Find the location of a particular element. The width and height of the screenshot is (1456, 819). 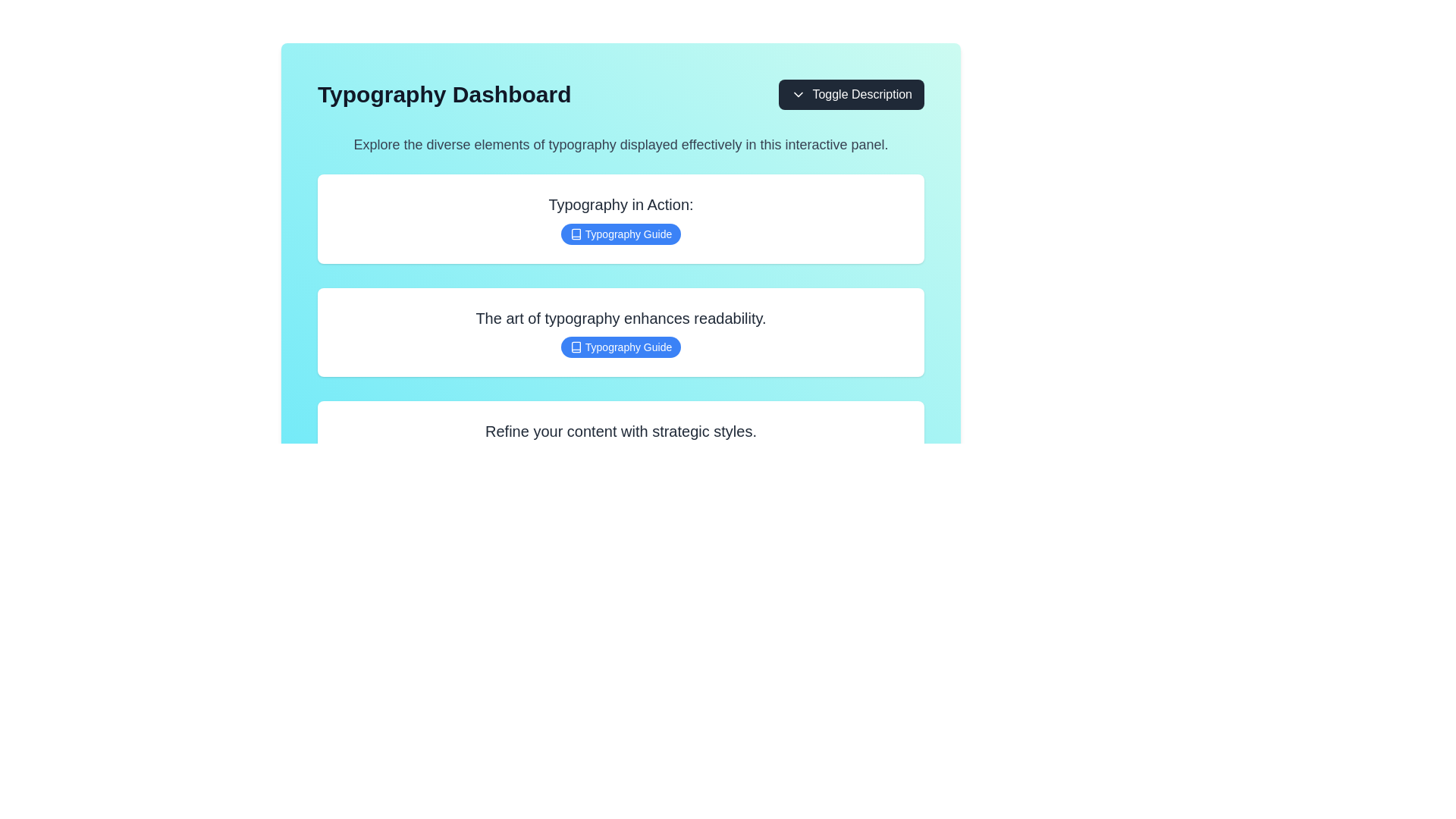

the button located within the rectangular card below the text 'The art of typography enhances readability.' is located at coordinates (621, 347).